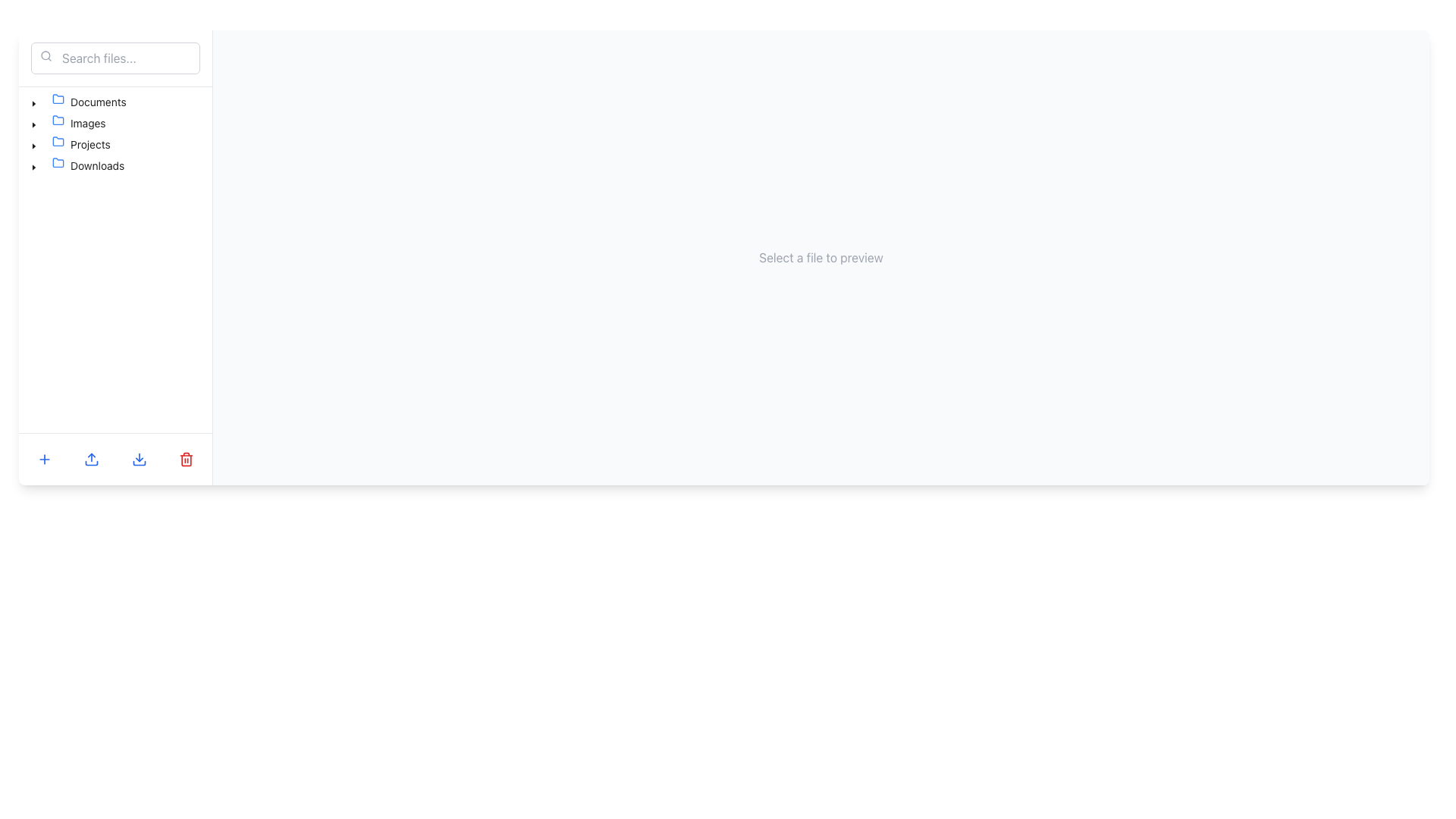 Image resolution: width=1456 pixels, height=819 pixels. I want to click on the 'Documents' folder node, so click(88, 102).